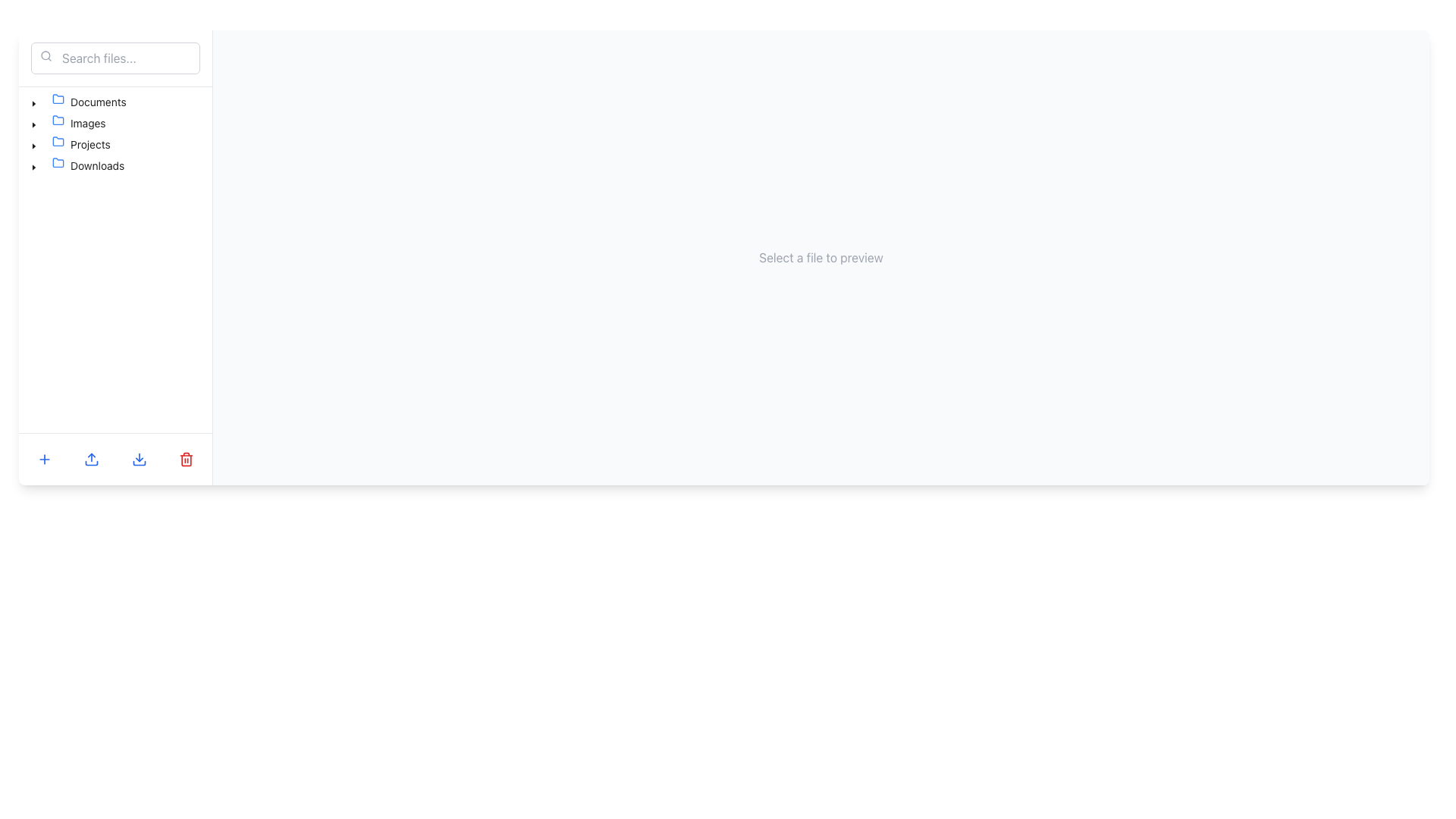 Image resolution: width=1456 pixels, height=819 pixels. I want to click on the 'Documents' folder node, so click(88, 102).